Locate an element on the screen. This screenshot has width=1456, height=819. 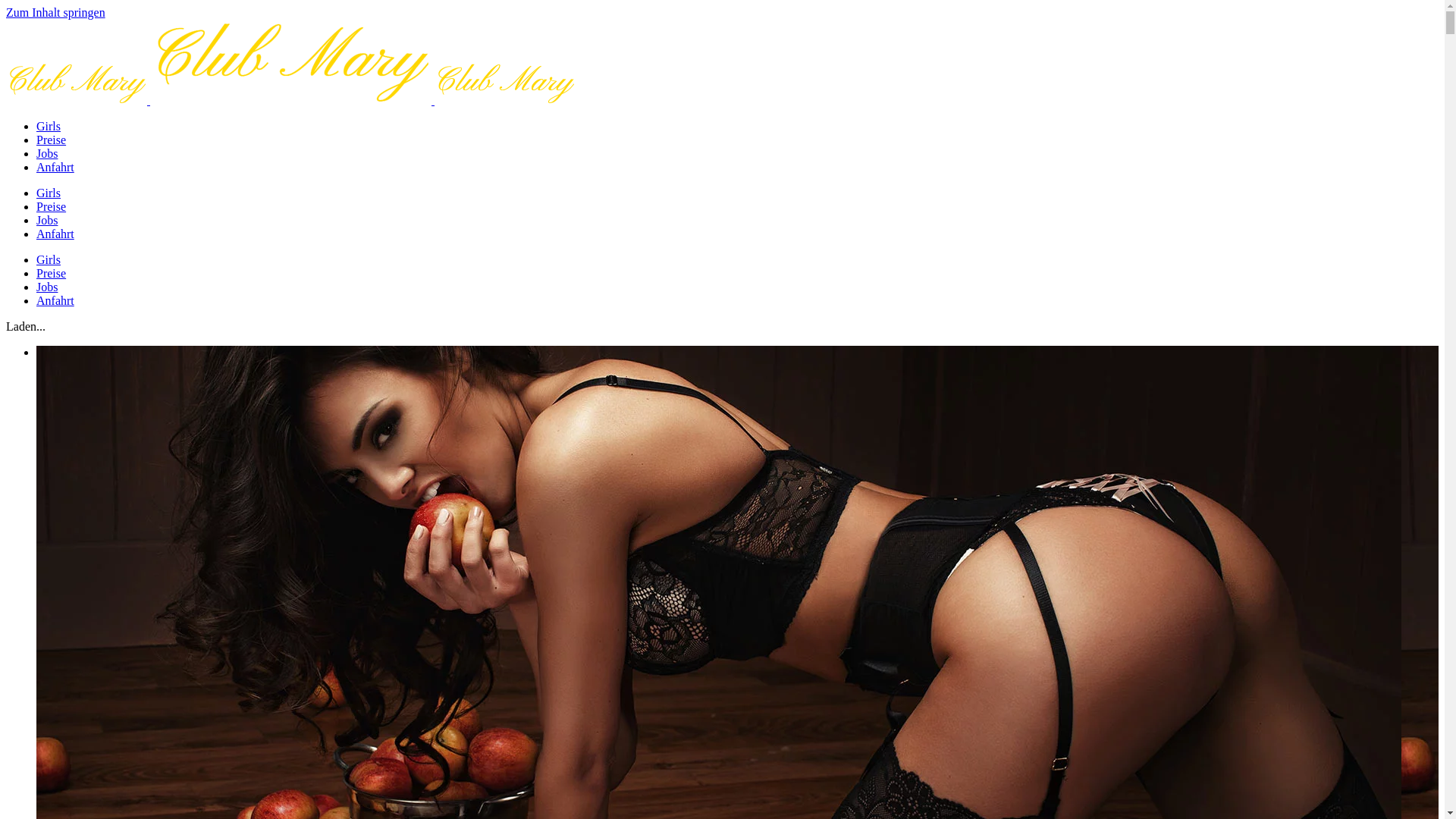
'Anfahrt' is located at coordinates (55, 300).